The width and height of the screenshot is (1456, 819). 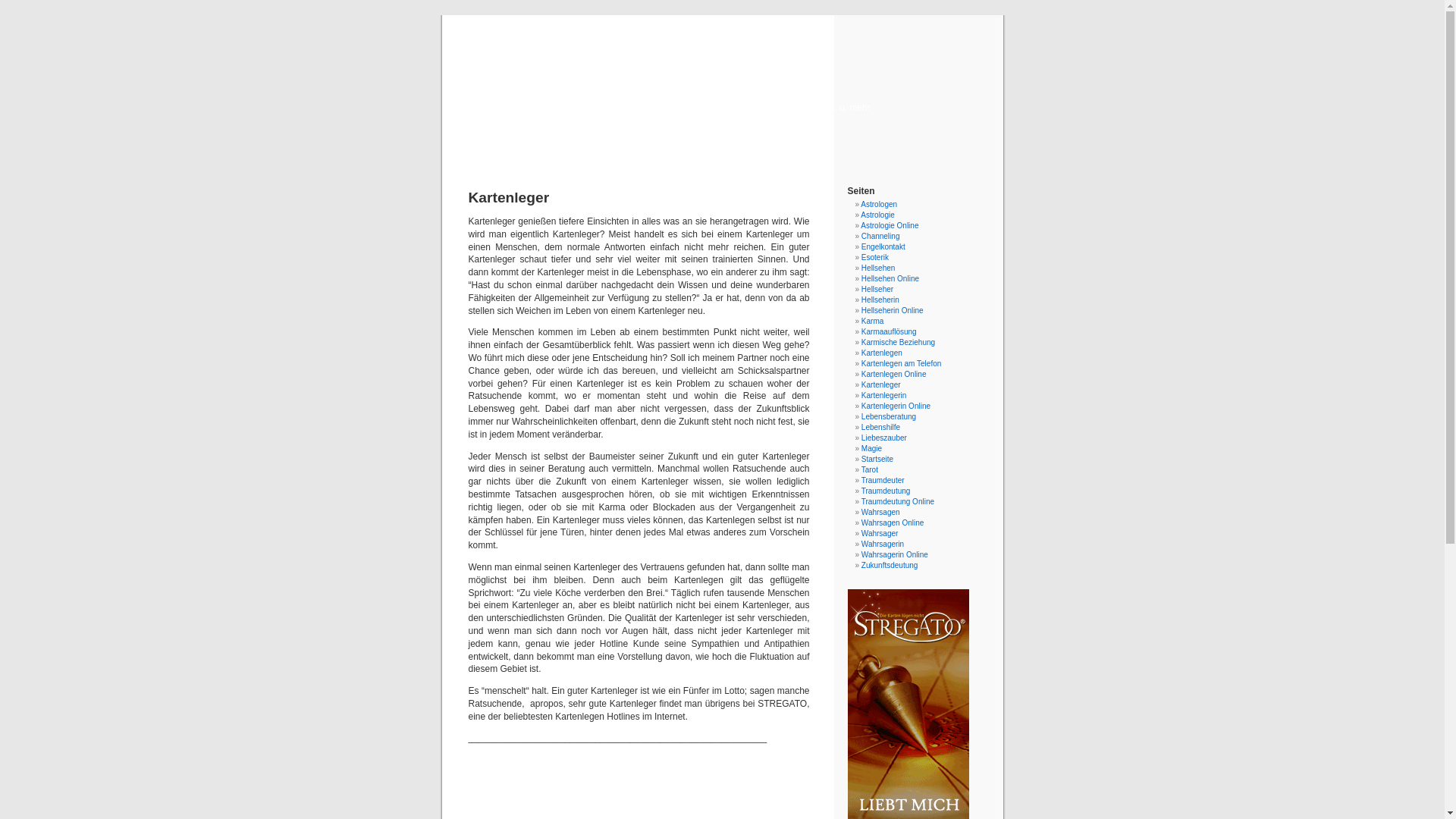 What do you see at coordinates (870, 469) in the screenshot?
I see `'Tarot'` at bounding box center [870, 469].